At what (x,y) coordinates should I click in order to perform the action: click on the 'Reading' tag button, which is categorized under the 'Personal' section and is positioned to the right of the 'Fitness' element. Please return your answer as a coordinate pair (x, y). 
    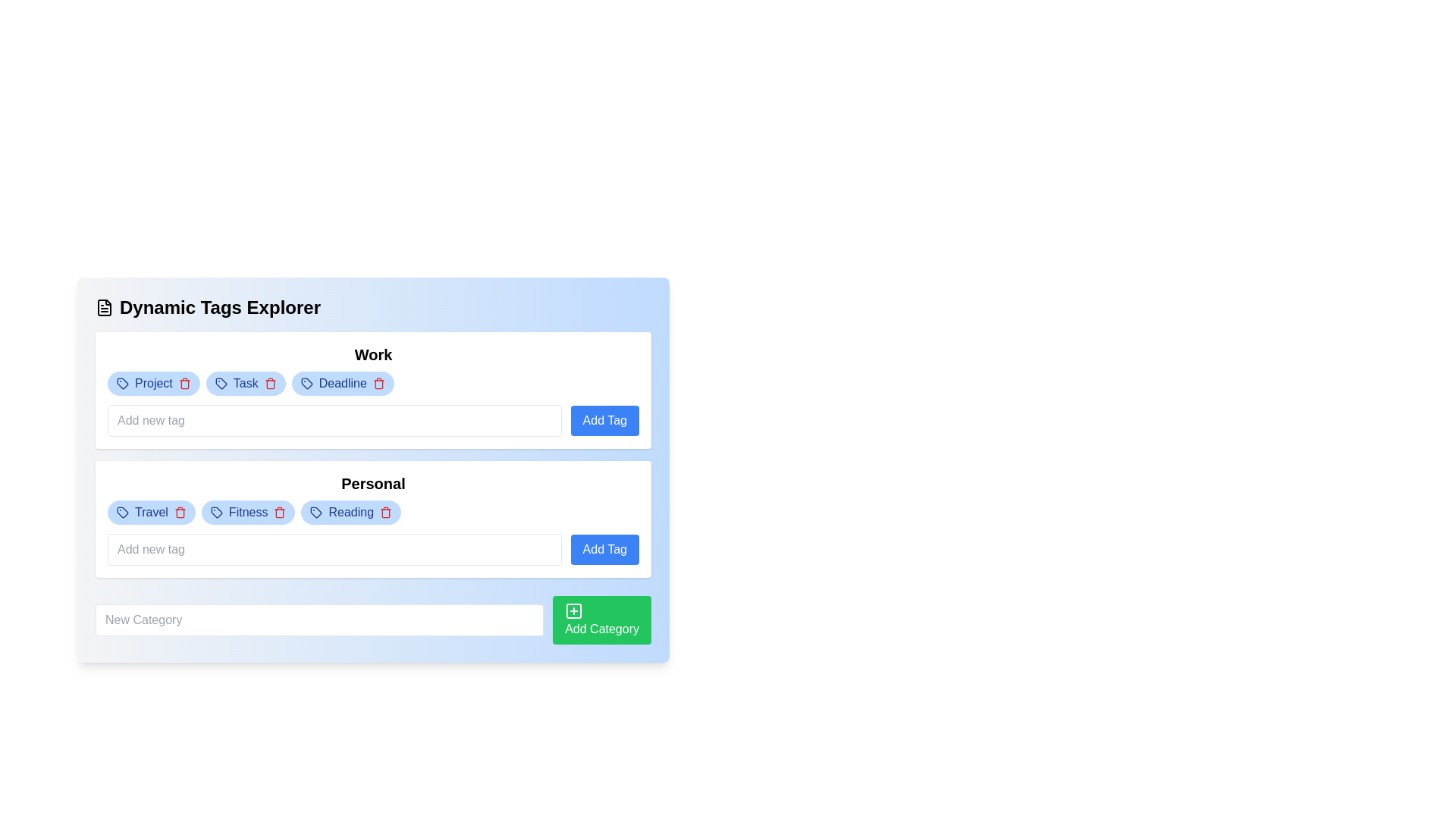
    Looking at the image, I should click on (350, 512).